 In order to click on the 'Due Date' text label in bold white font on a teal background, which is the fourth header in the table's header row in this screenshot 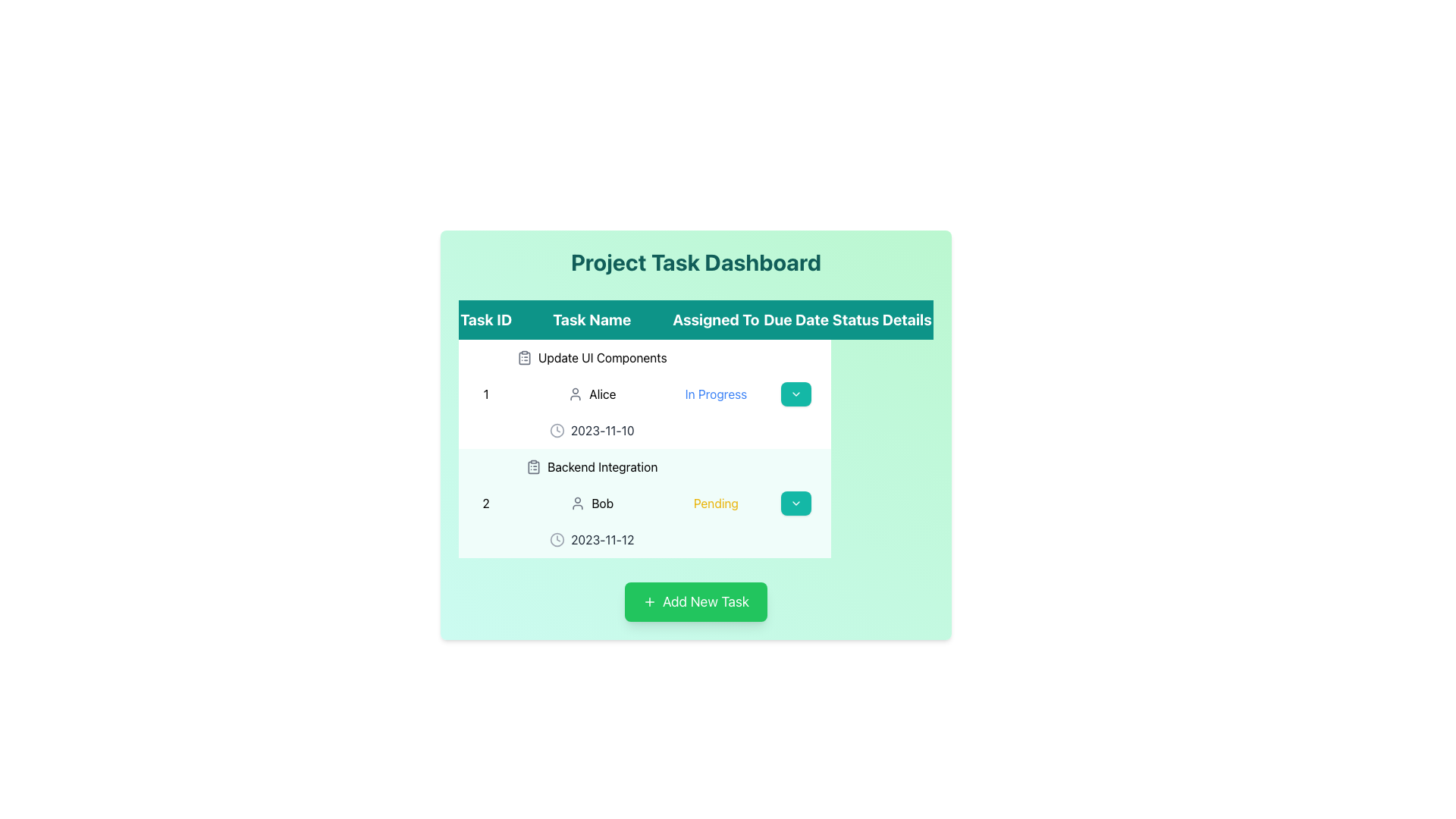, I will do `click(795, 318)`.